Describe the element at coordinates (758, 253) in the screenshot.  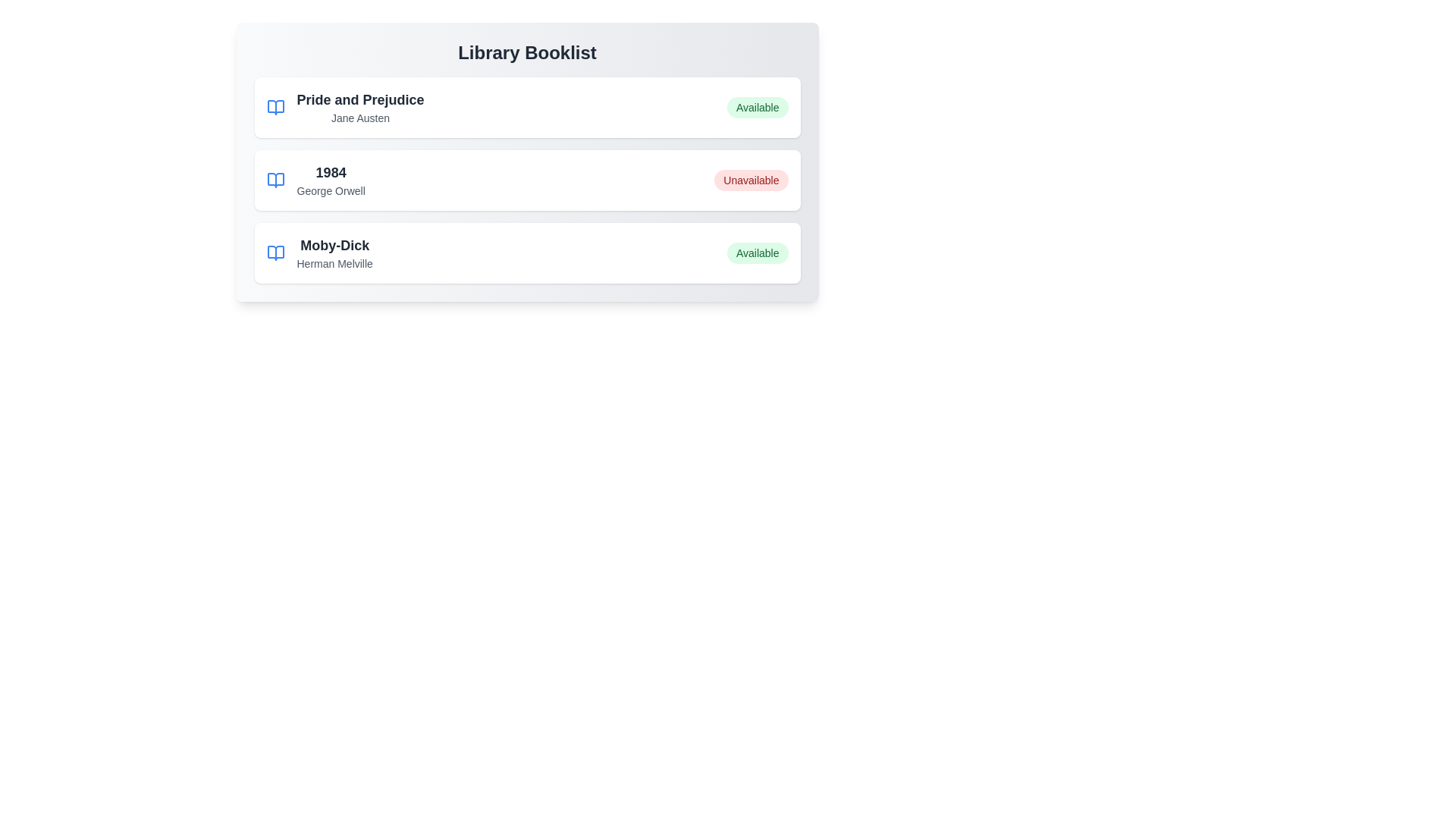
I see `the availability button for the book titled Moby-Dick` at that location.